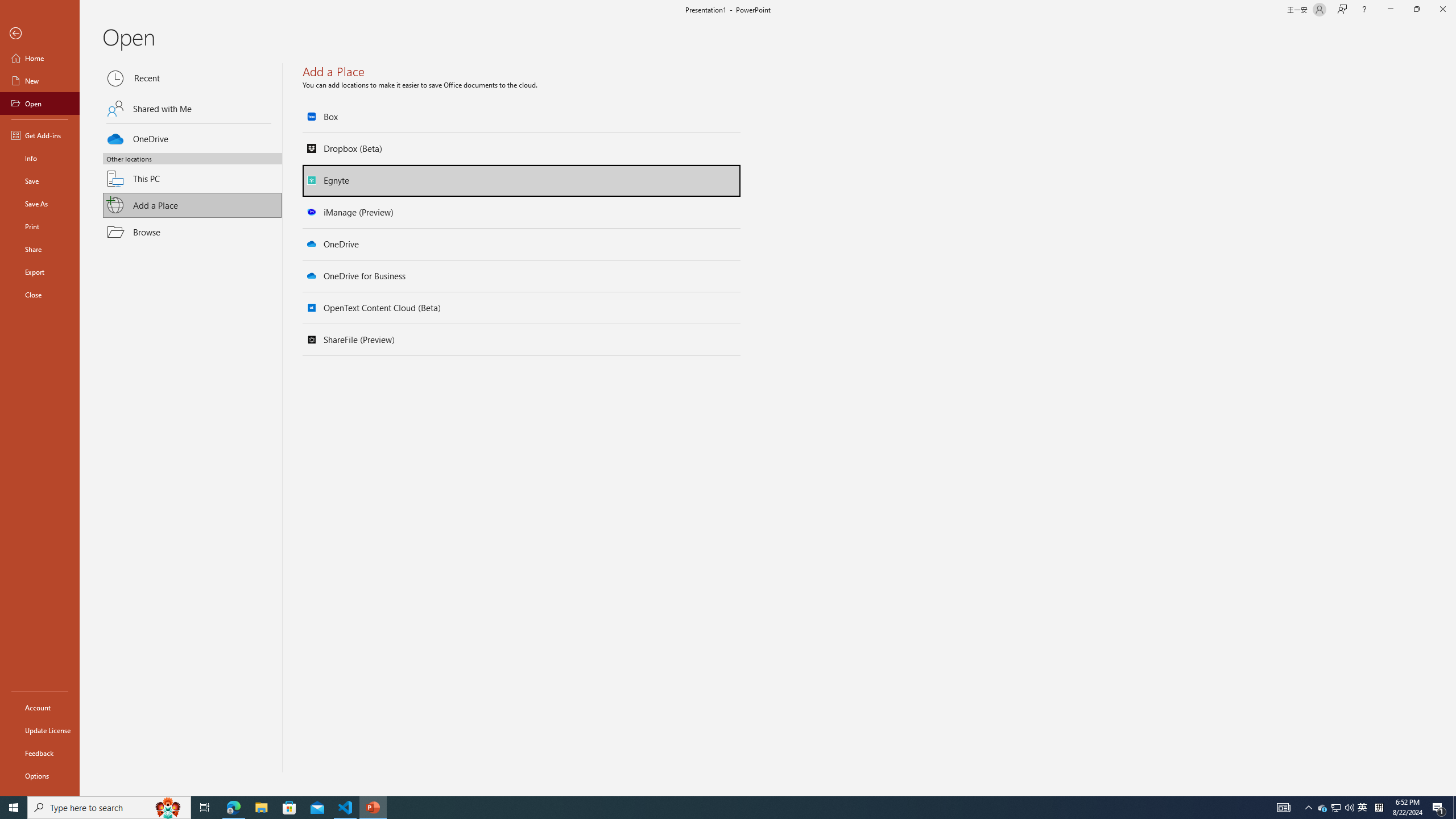  I want to click on 'Get Add-ins', so click(39, 135).